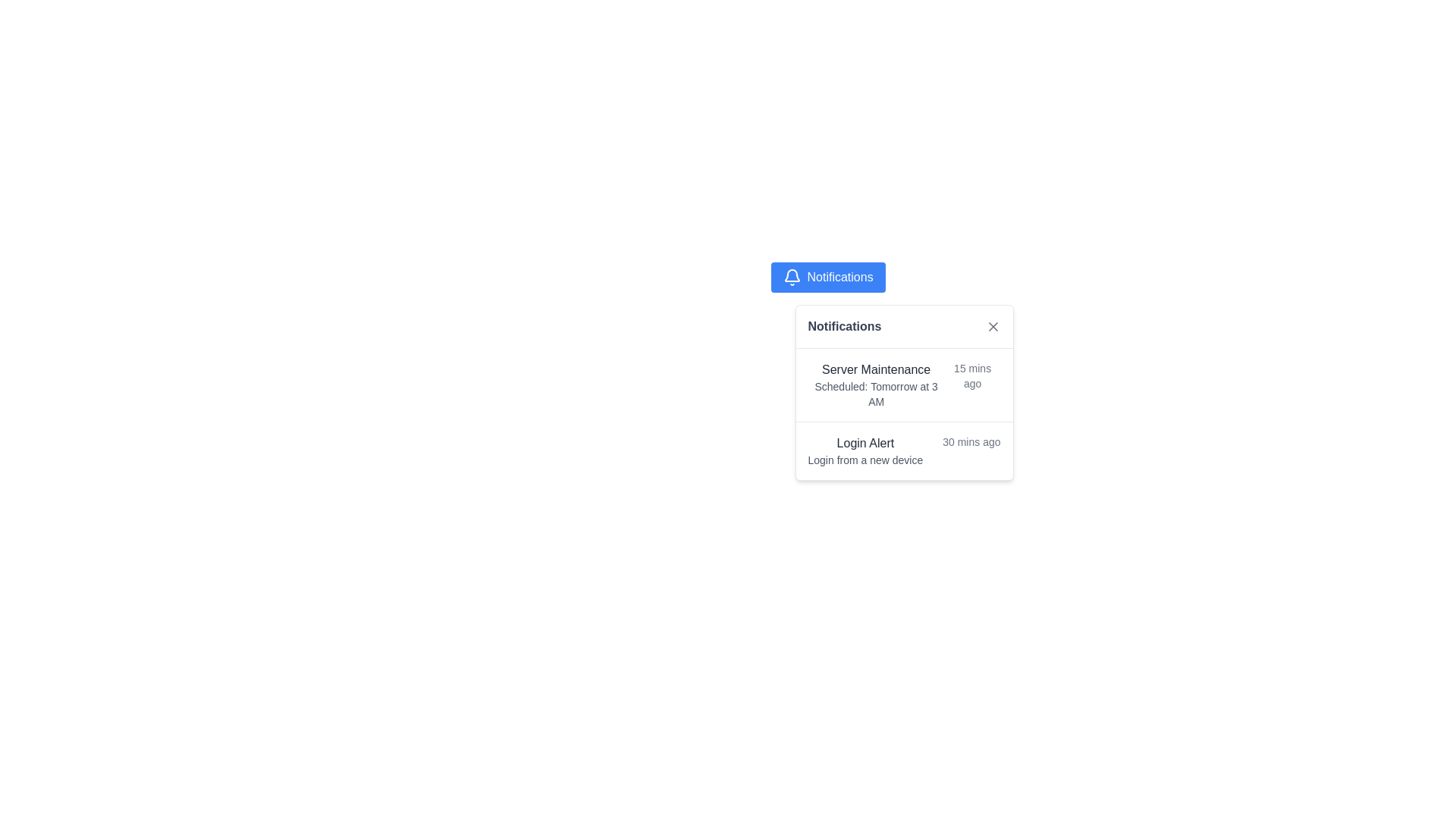 The image size is (1456, 819). I want to click on contents of the Text Label that serves as a heading for the individual notification, located near the top-left corner of the notifications panel, so click(876, 370).